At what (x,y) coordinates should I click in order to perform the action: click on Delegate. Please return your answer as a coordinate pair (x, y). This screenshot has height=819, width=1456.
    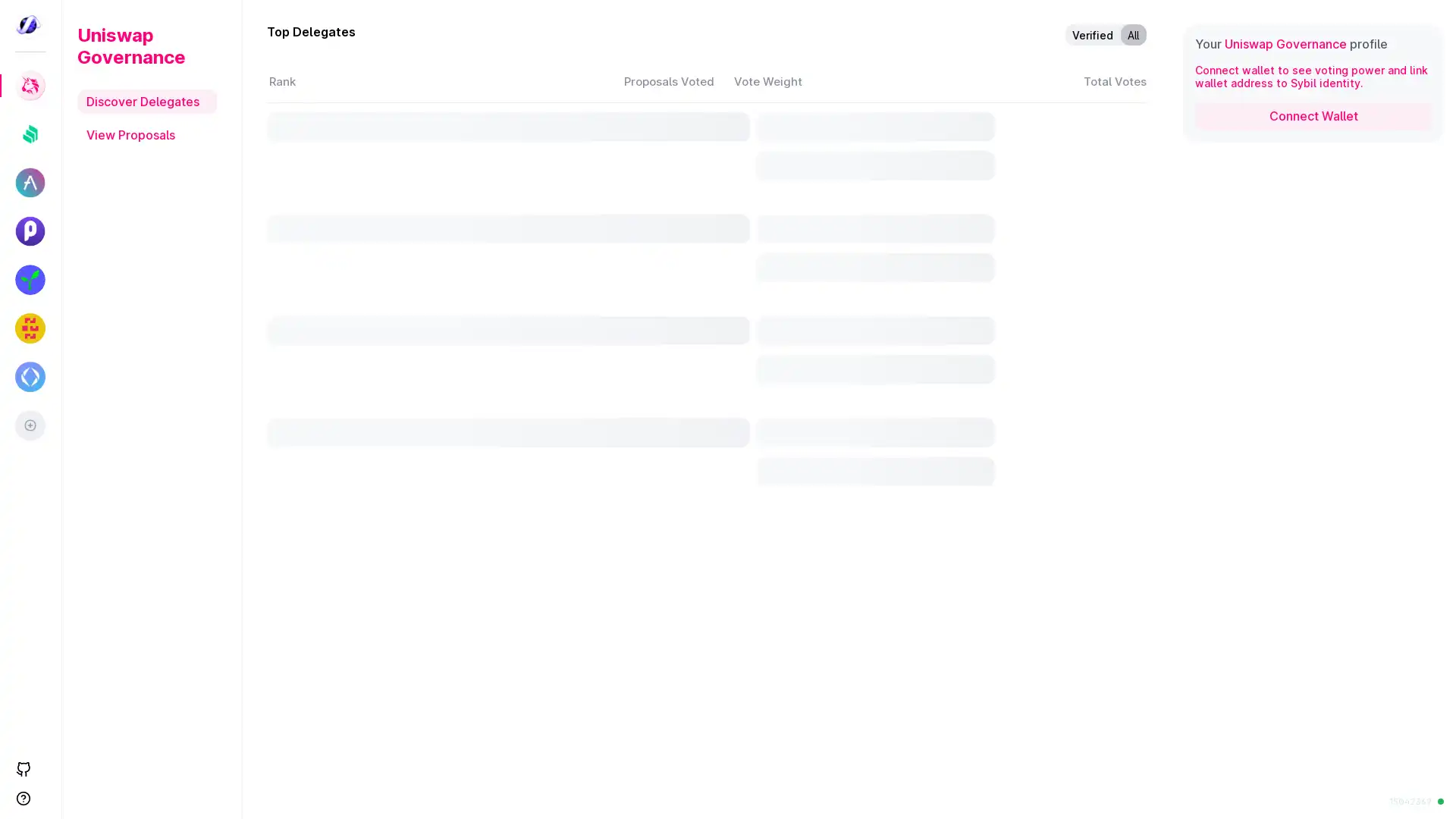
    Looking at the image, I should click on (1006, 255).